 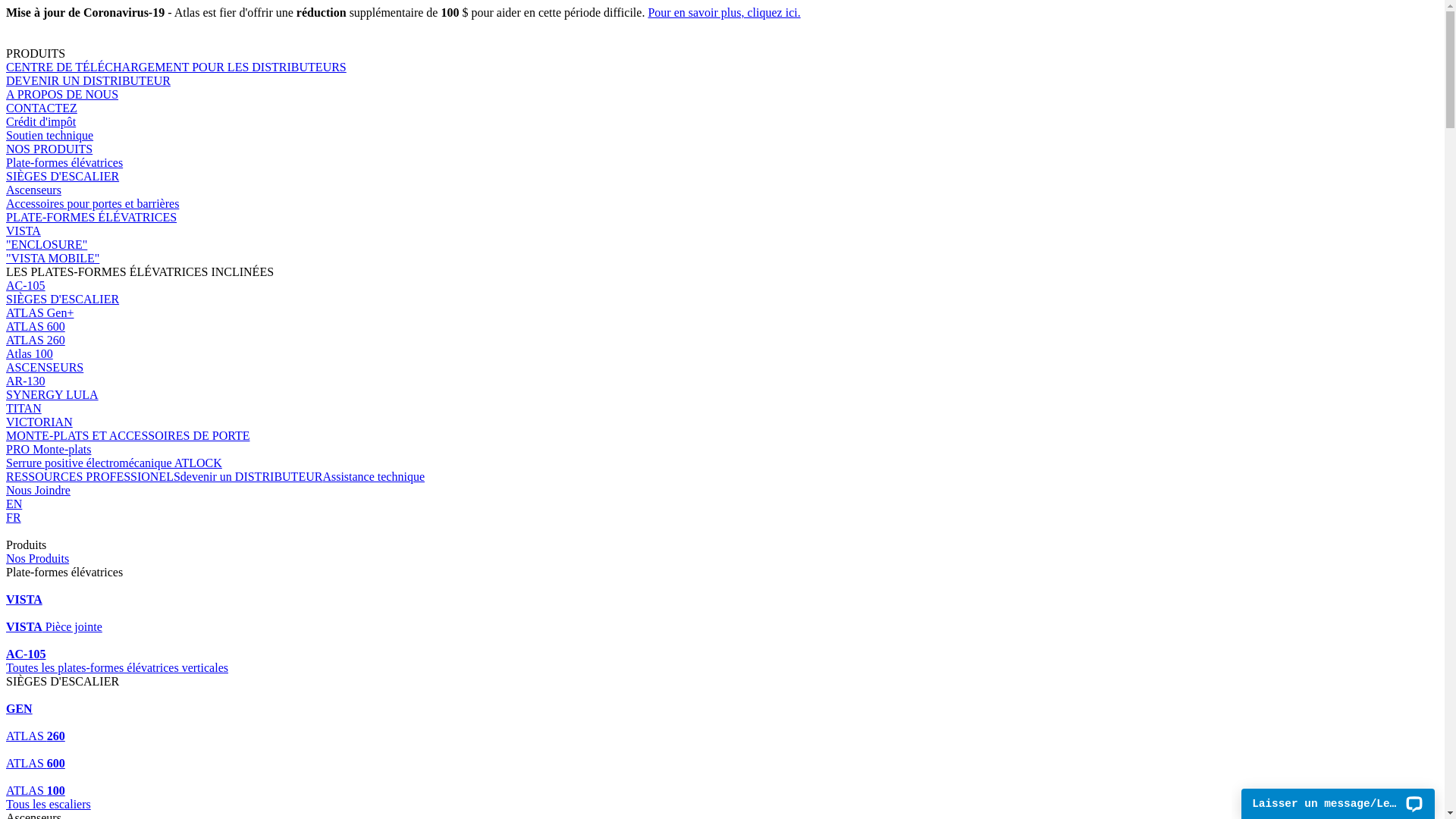 What do you see at coordinates (723, 12) in the screenshot?
I see `'Pour en savoir plus, cliquez ici.'` at bounding box center [723, 12].